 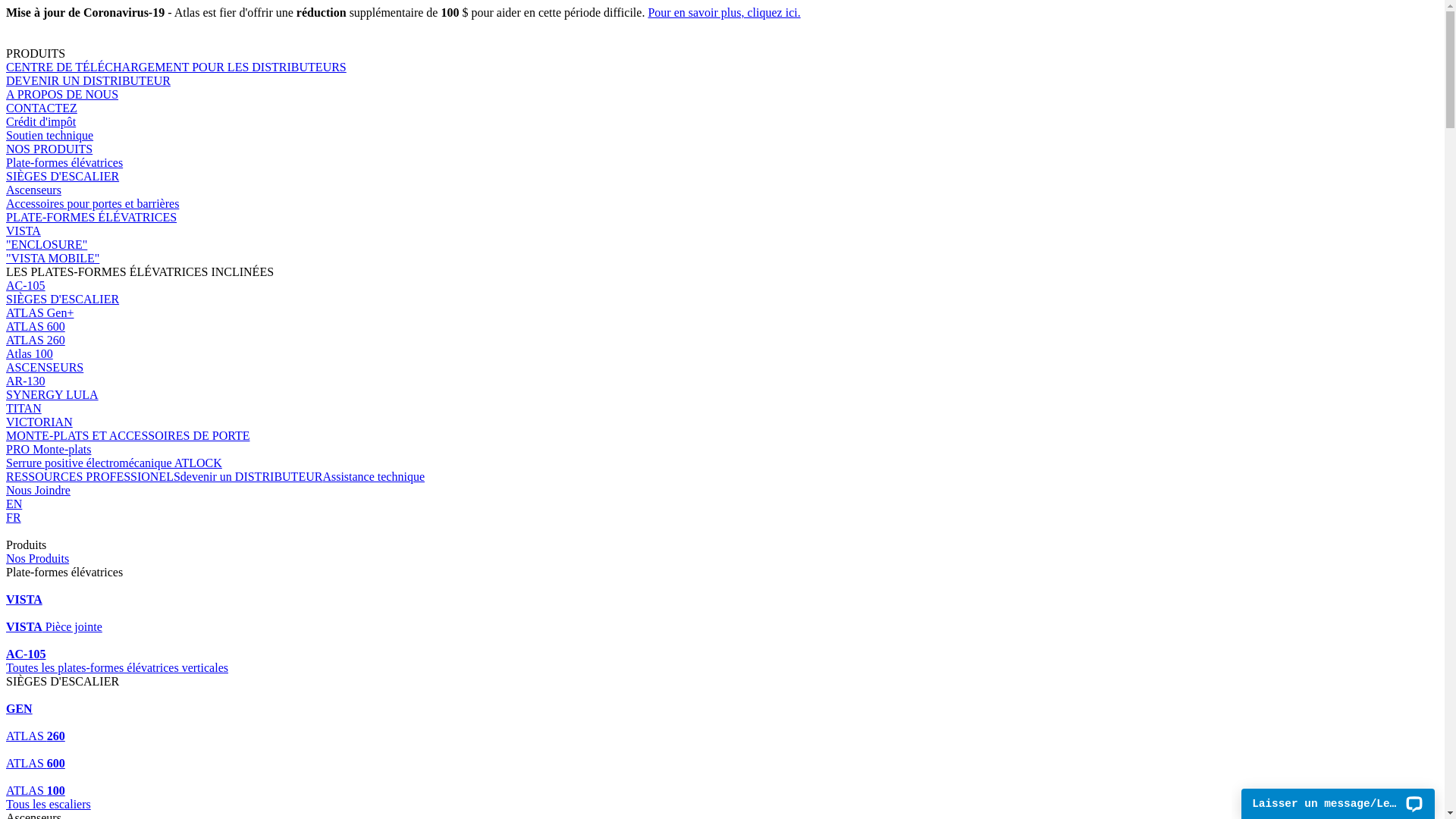 What do you see at coordinates (723, 12) in the screenshot?
I see `'Pour en savoir plus, cliquez ici.'` at bounding box center [723, 12].